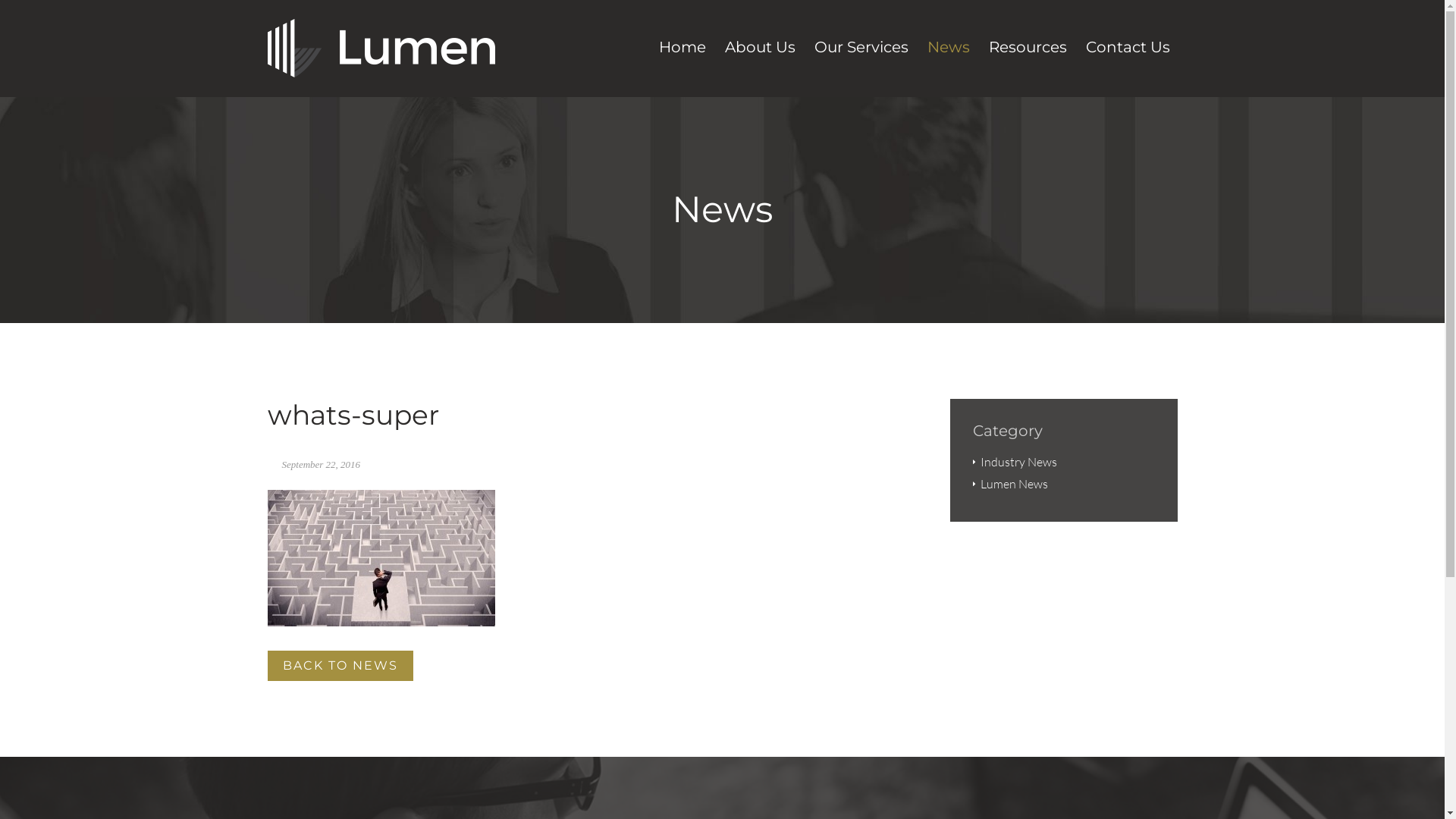 This screenshot has height=819, width=1456. Describe the element at coordinates (338, 665) in the screenshot. I see `'BACK TO NEWS'` at that location.